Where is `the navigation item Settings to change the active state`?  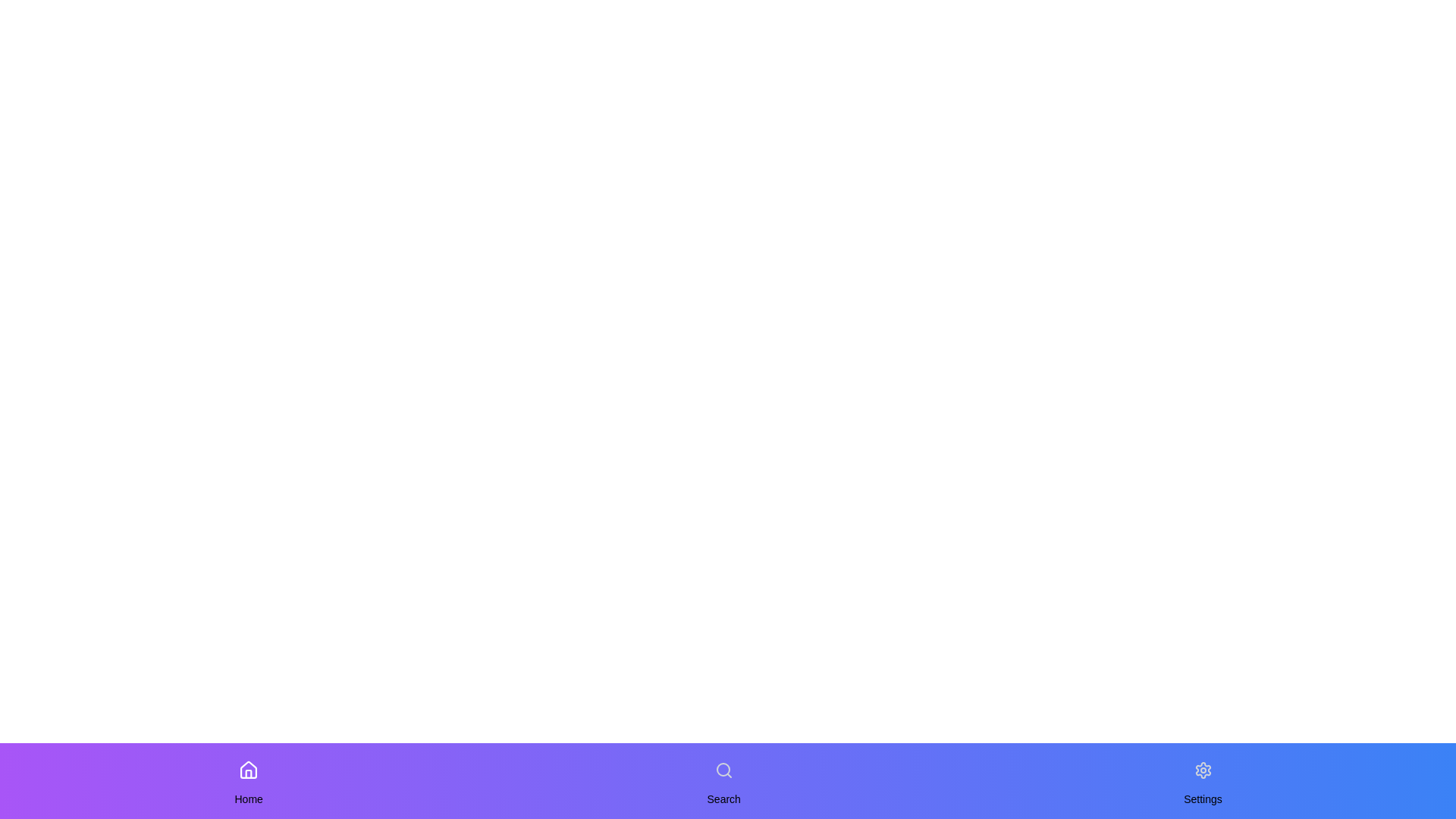
the navigation item Settings to change the active state is located at coordinates (1202, 770).